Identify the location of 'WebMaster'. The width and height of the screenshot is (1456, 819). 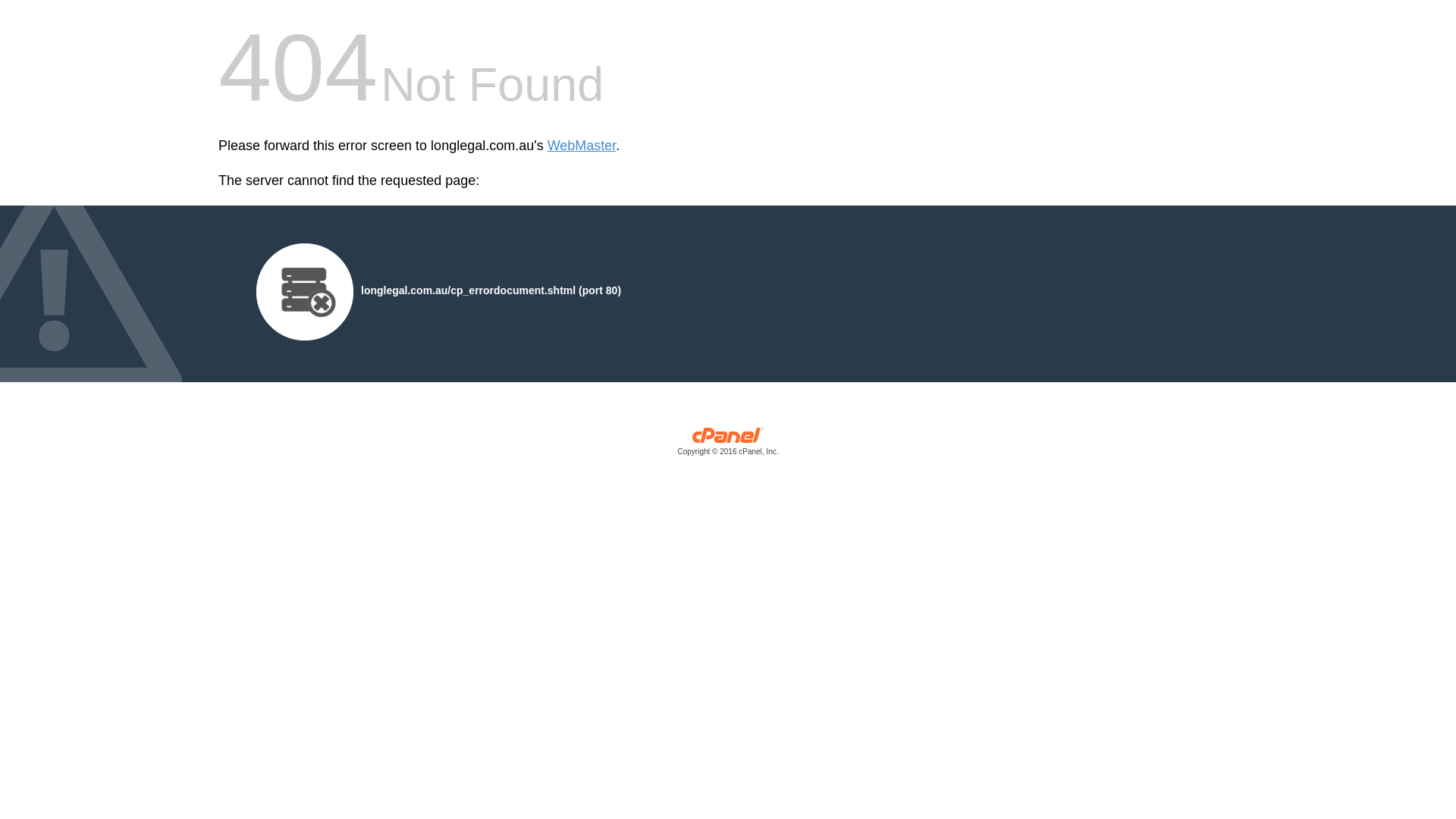
(581, 146).